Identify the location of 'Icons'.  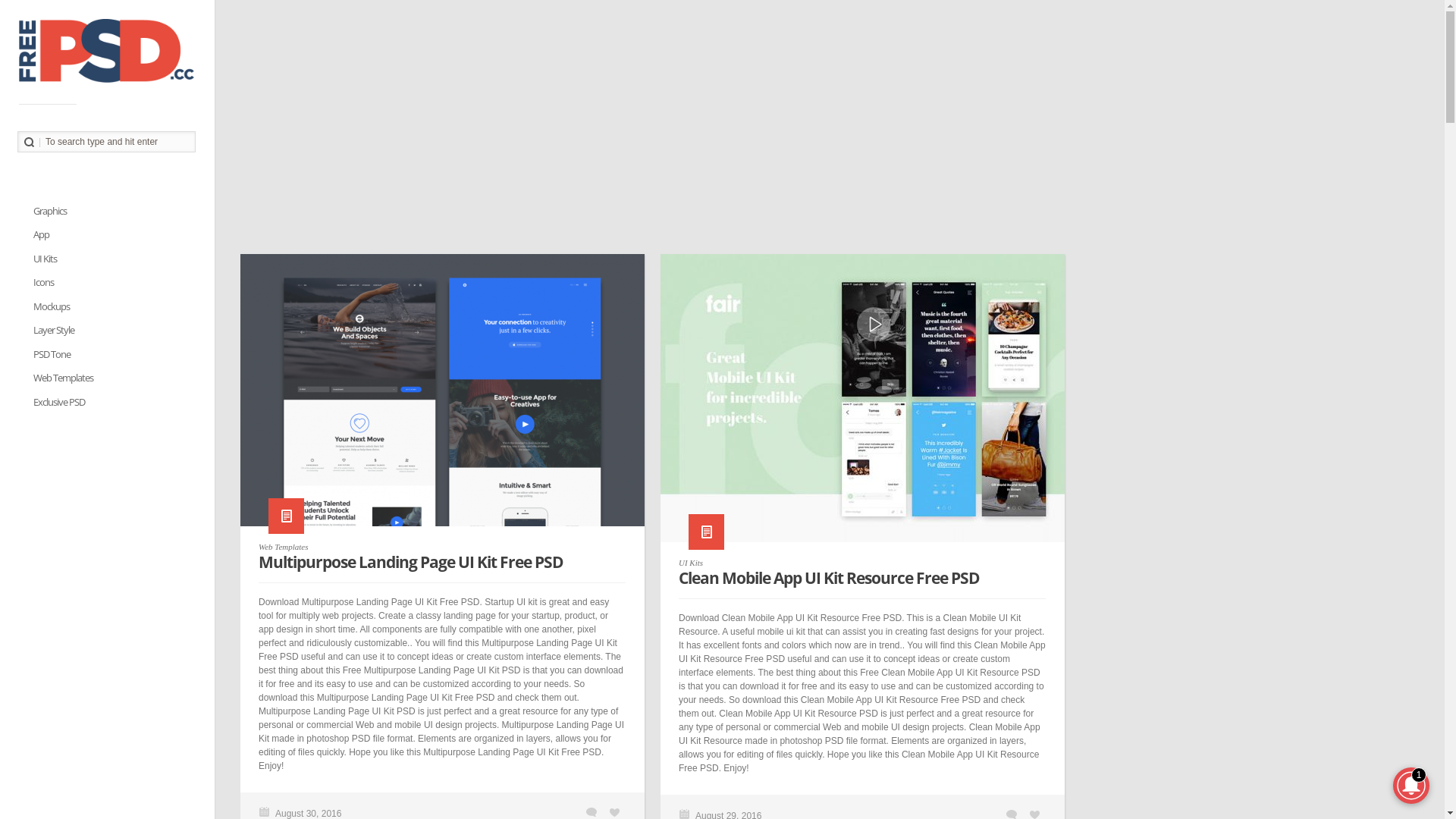
(43, 282).